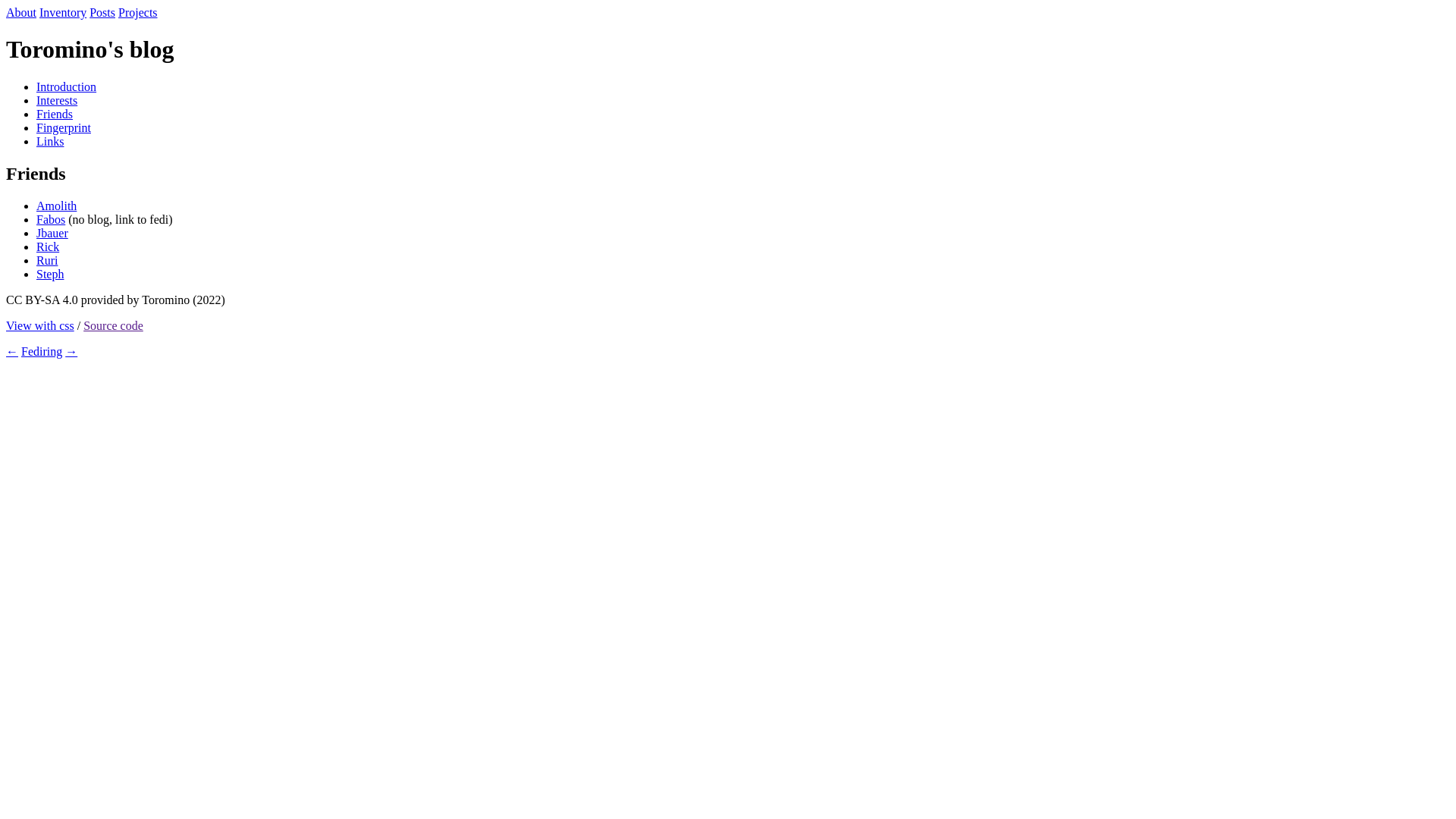 The image size is (1456, 819). I want to click on 'Source code', so click(112, 325).